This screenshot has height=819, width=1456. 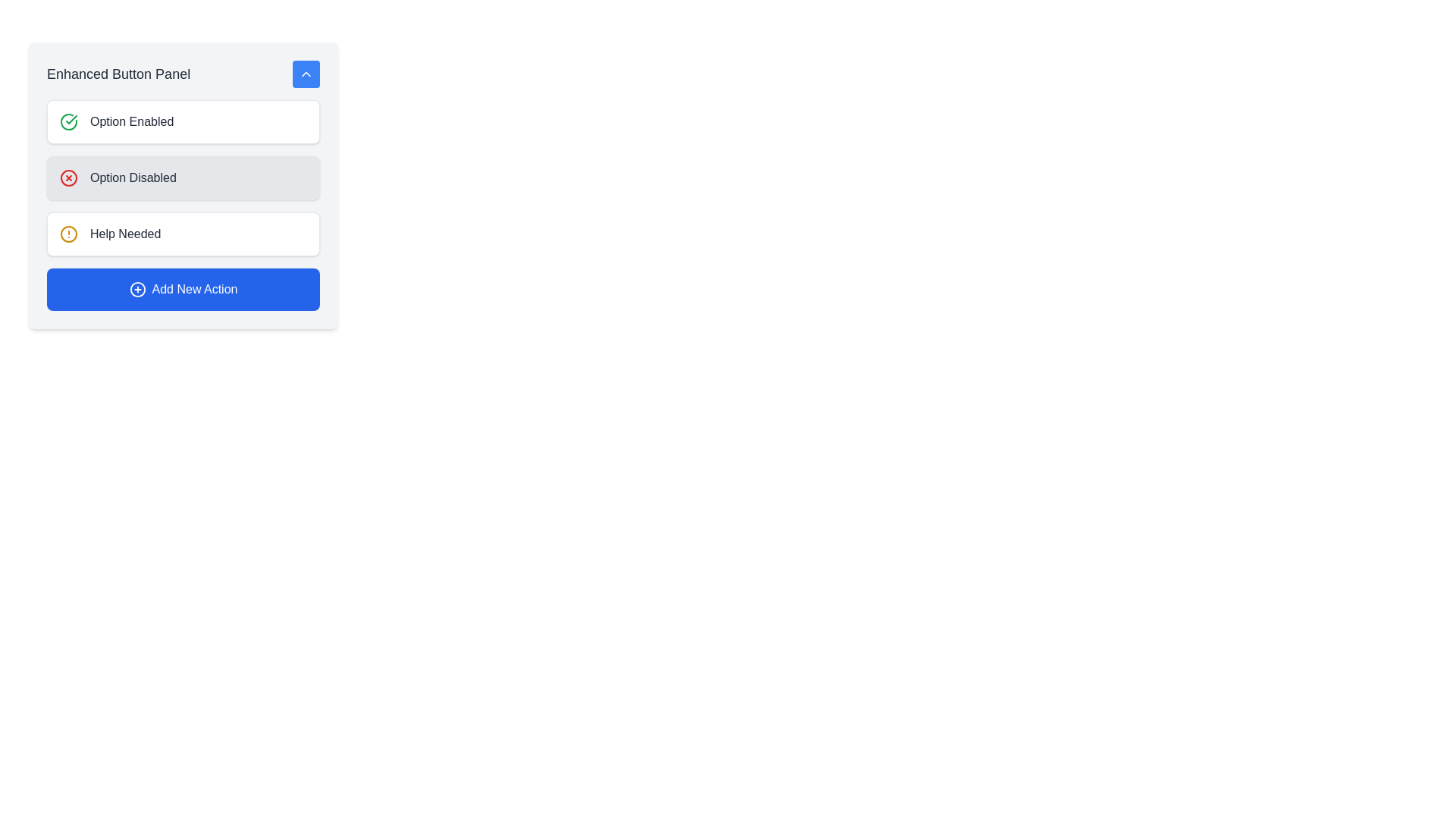 What do you see at coordinates (305, 74) in the screenshot?
I see `the upward arrow button located at the top-right corner of the 'Enhanced Button Panel'` at bounding box center [305, 74].